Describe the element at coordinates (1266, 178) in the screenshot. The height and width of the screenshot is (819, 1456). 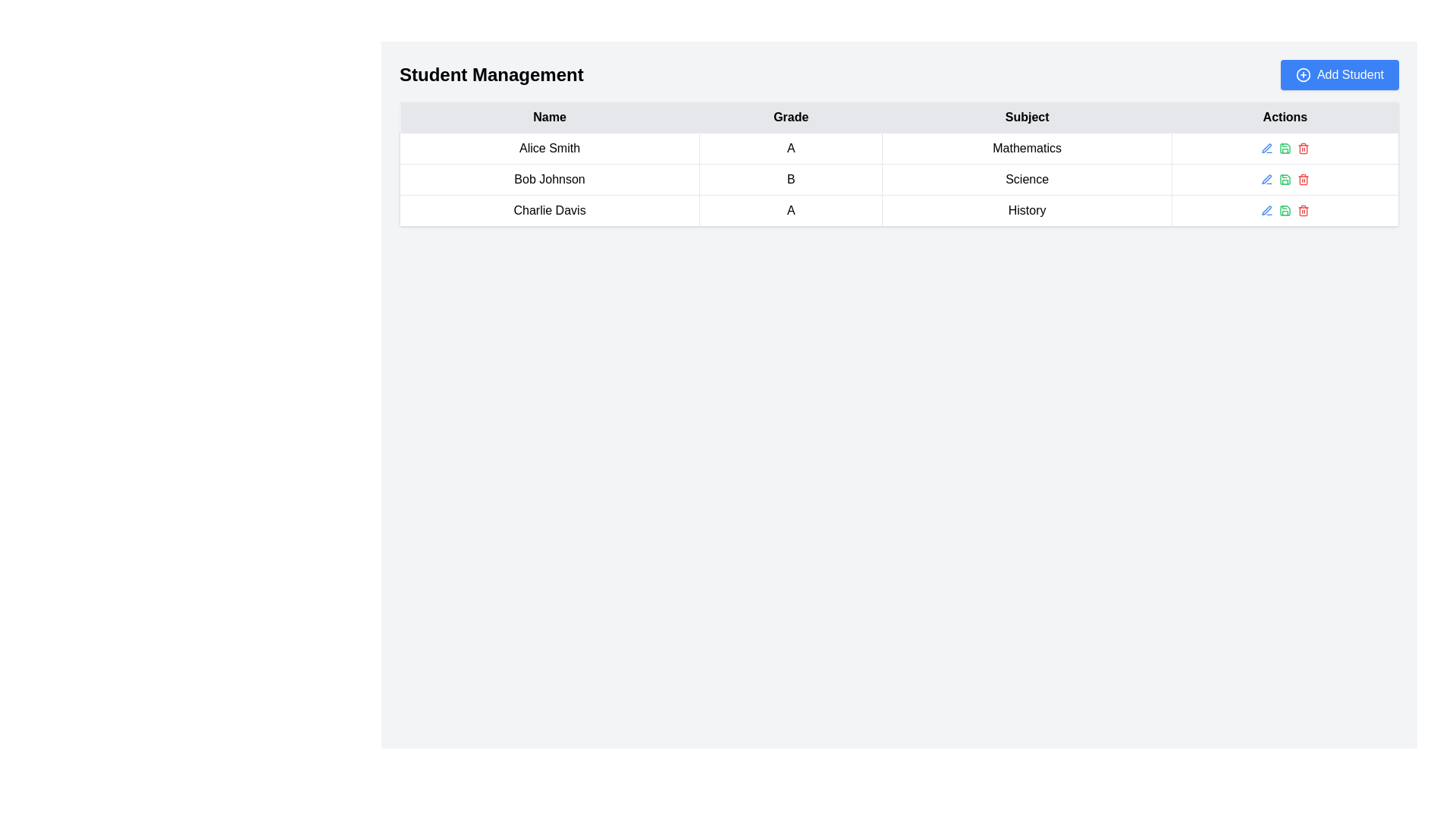
I see `the edit button with a pen icon in the Actions column of the second row to potentially display additional edit-related options for the 'Bob Johnson' entry` at that location.